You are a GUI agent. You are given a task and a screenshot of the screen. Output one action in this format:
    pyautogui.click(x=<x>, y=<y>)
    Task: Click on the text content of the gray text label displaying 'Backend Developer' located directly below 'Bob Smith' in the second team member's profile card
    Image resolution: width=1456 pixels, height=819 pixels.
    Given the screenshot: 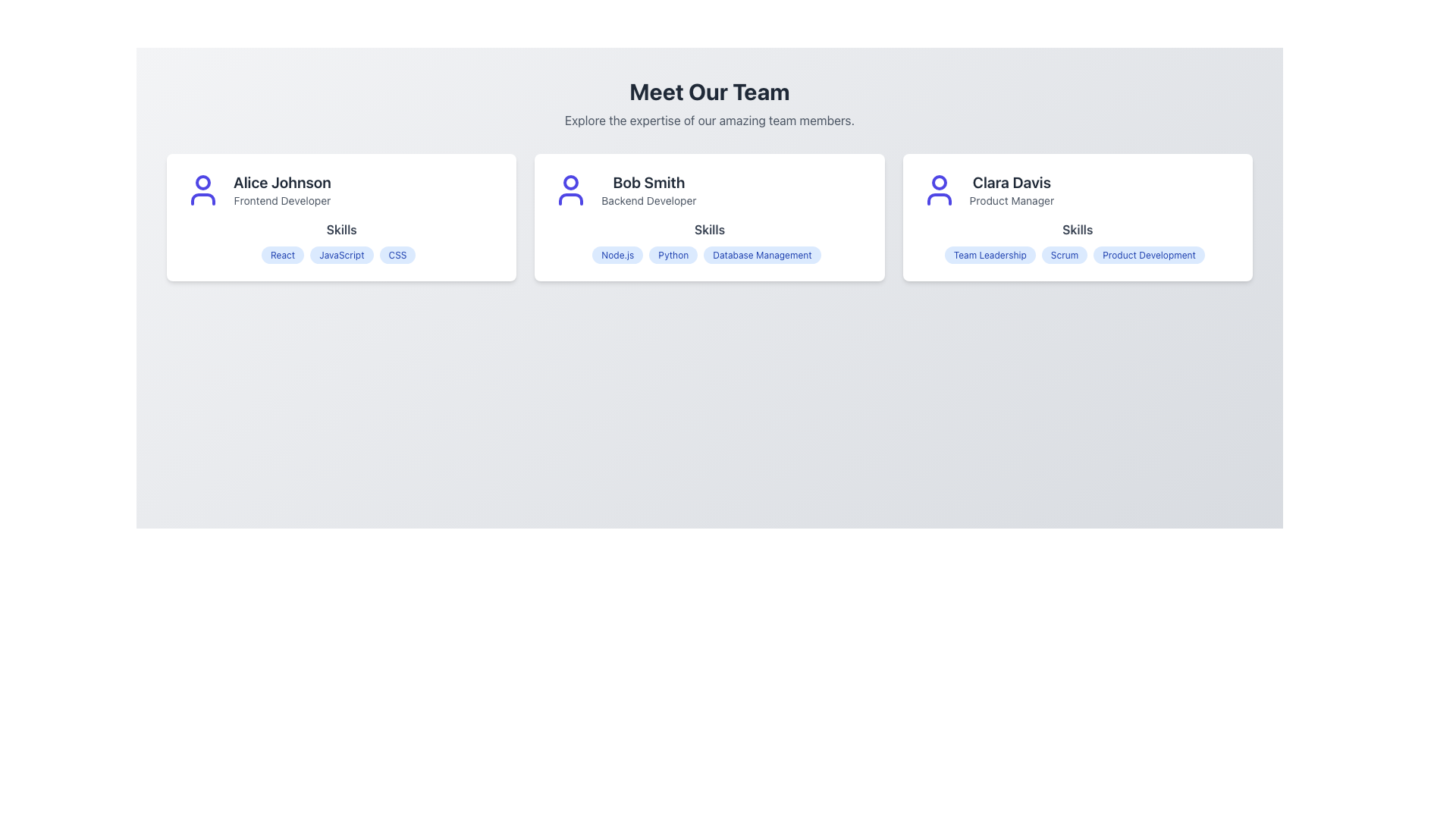 What is the action you would take?
    pyautogui.click(x=648, y=200)
    